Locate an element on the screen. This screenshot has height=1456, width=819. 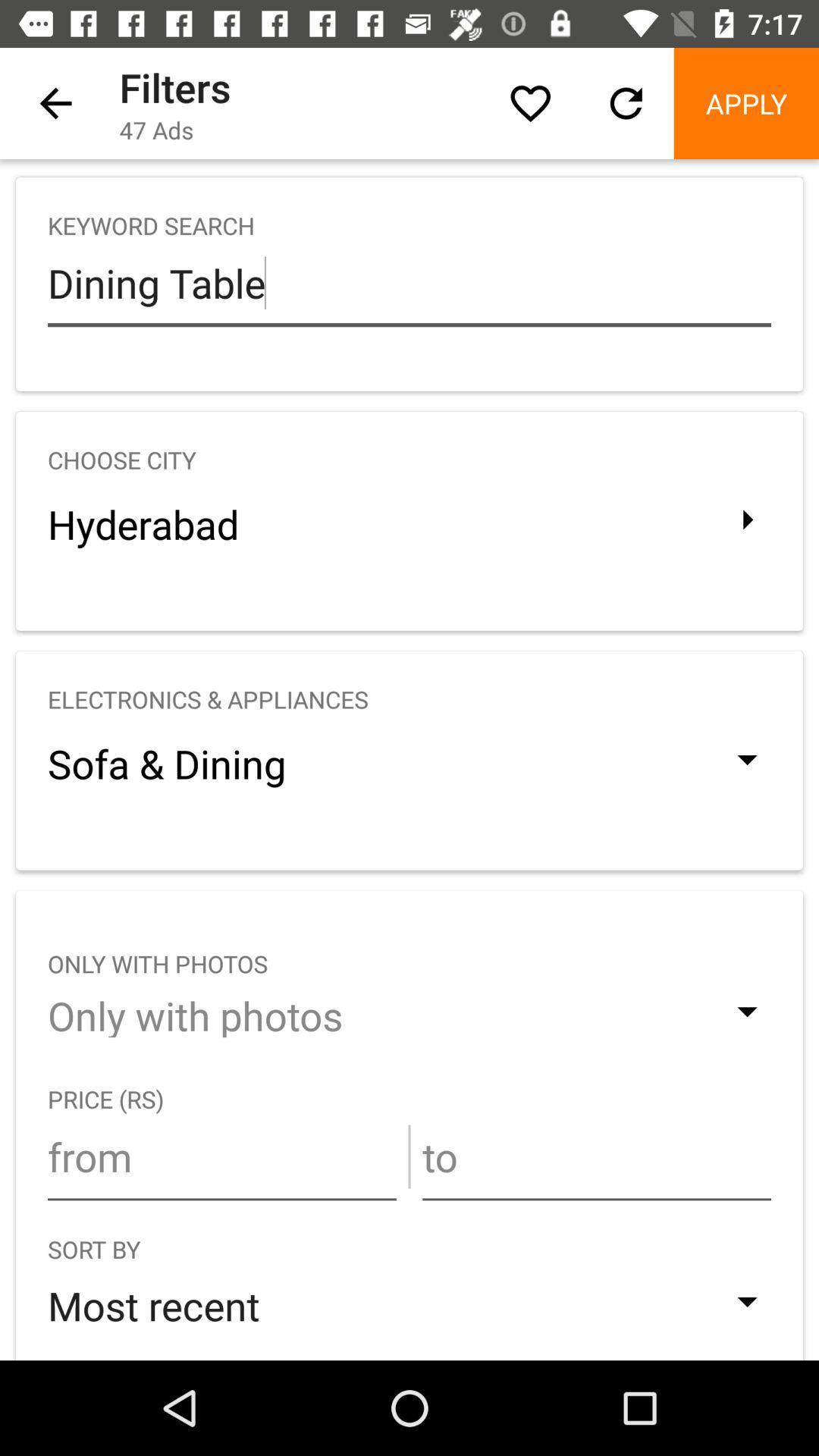
the hyderabad icon is located at coordinates (409, 524).